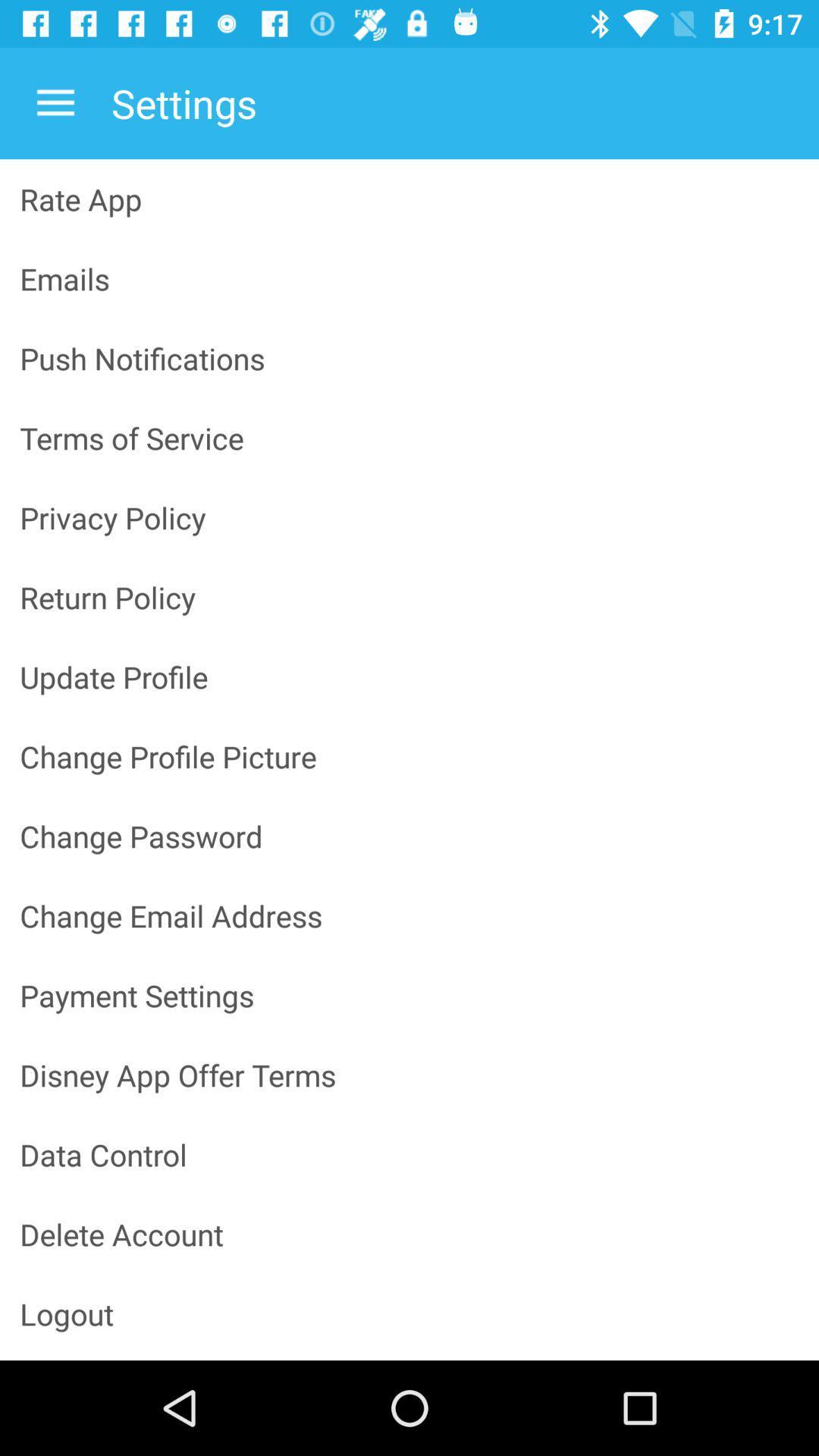  I want to click on item next to settings icon, so click(55, 102).